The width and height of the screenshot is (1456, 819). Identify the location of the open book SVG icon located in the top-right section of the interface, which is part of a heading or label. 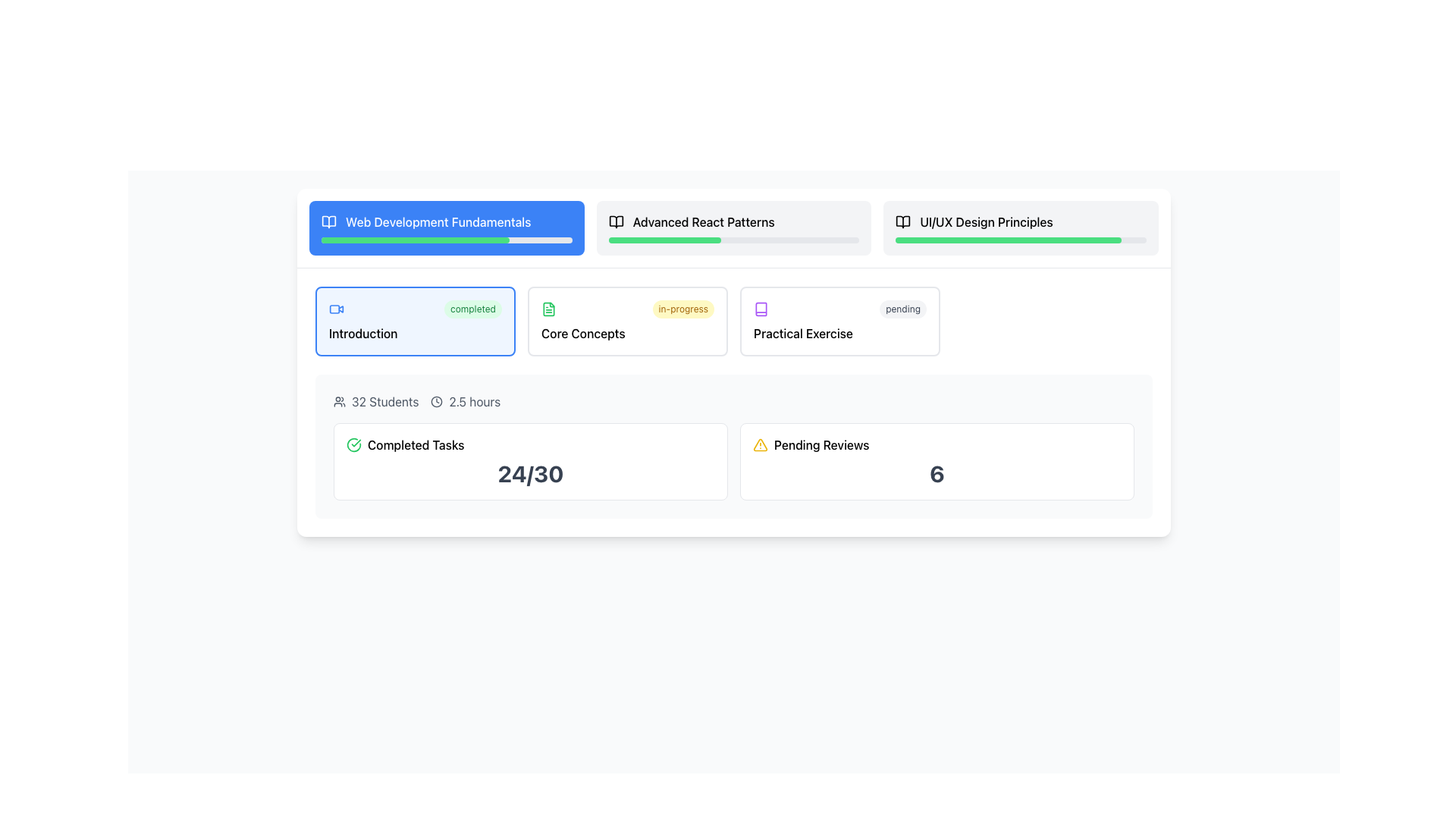
(903, 222).